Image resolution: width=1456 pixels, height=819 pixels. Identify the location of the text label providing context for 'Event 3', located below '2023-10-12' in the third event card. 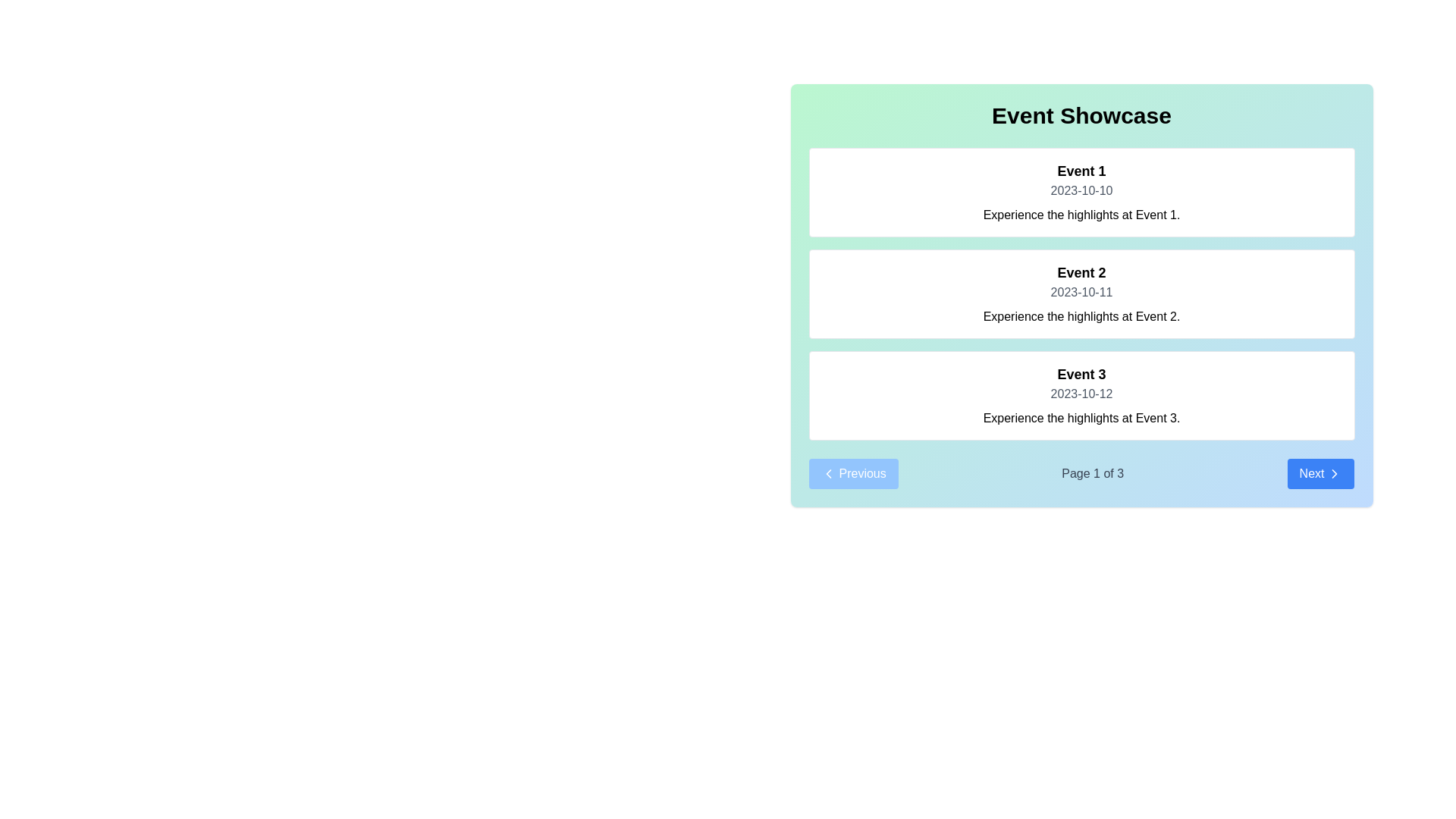
(1081, 418).